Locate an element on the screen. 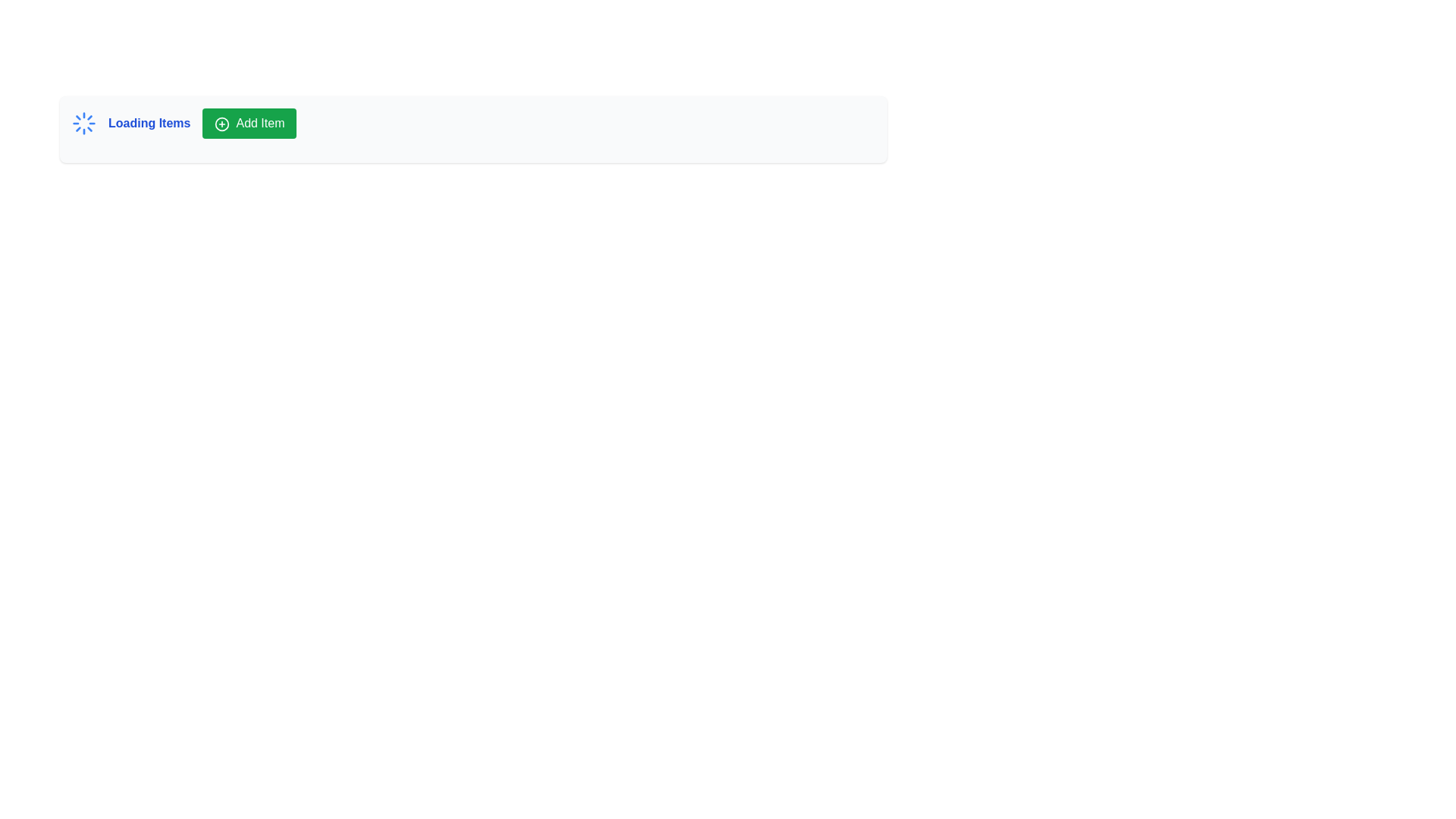 Image resolution: width=1456 pixels, height=819 pixels. the green rectangular button labeled 'Add Item' with a plus icon is located at coordinates (249, 122).